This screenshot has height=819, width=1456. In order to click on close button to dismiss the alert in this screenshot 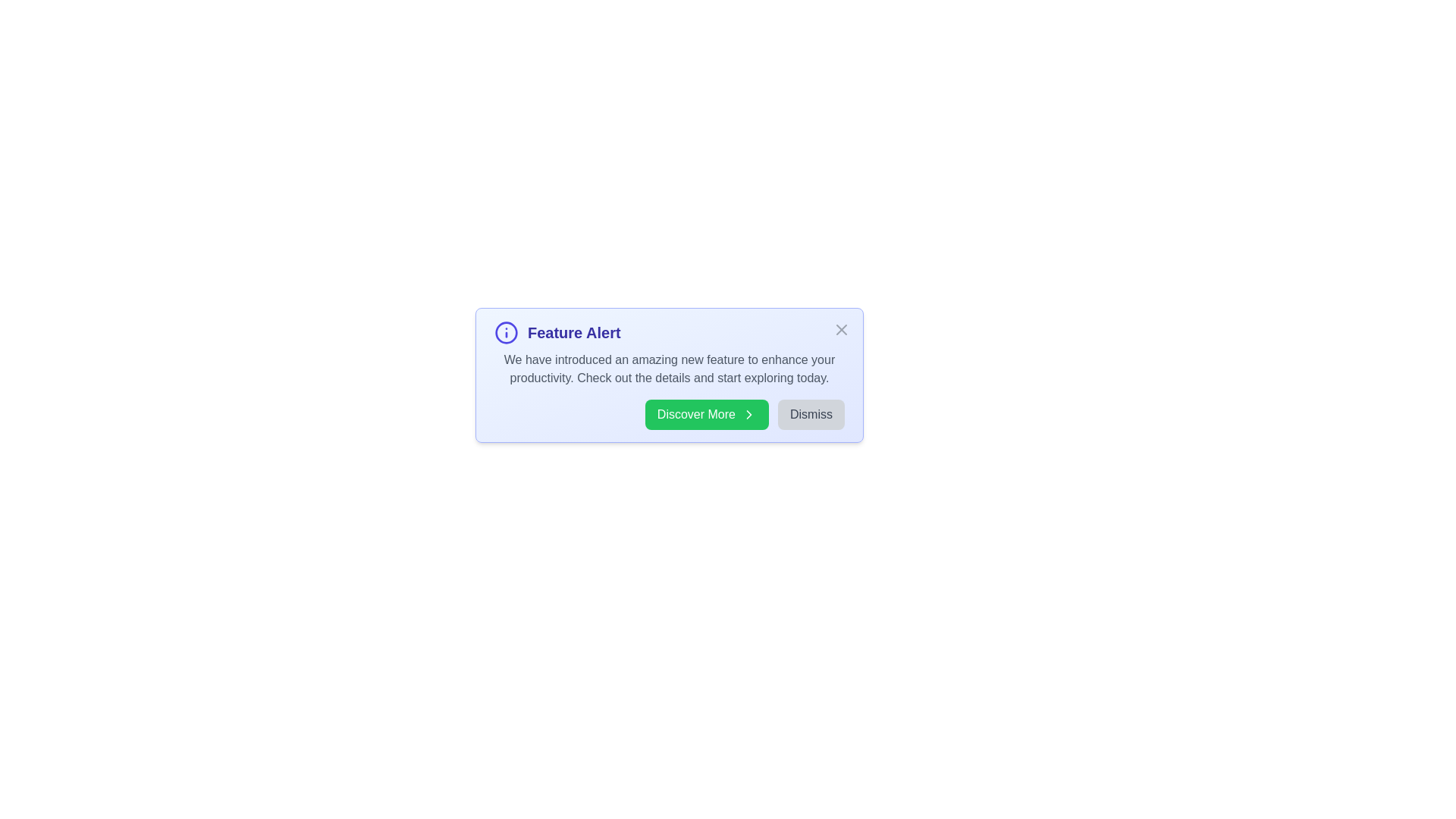, I will do `click(840, 329)`.